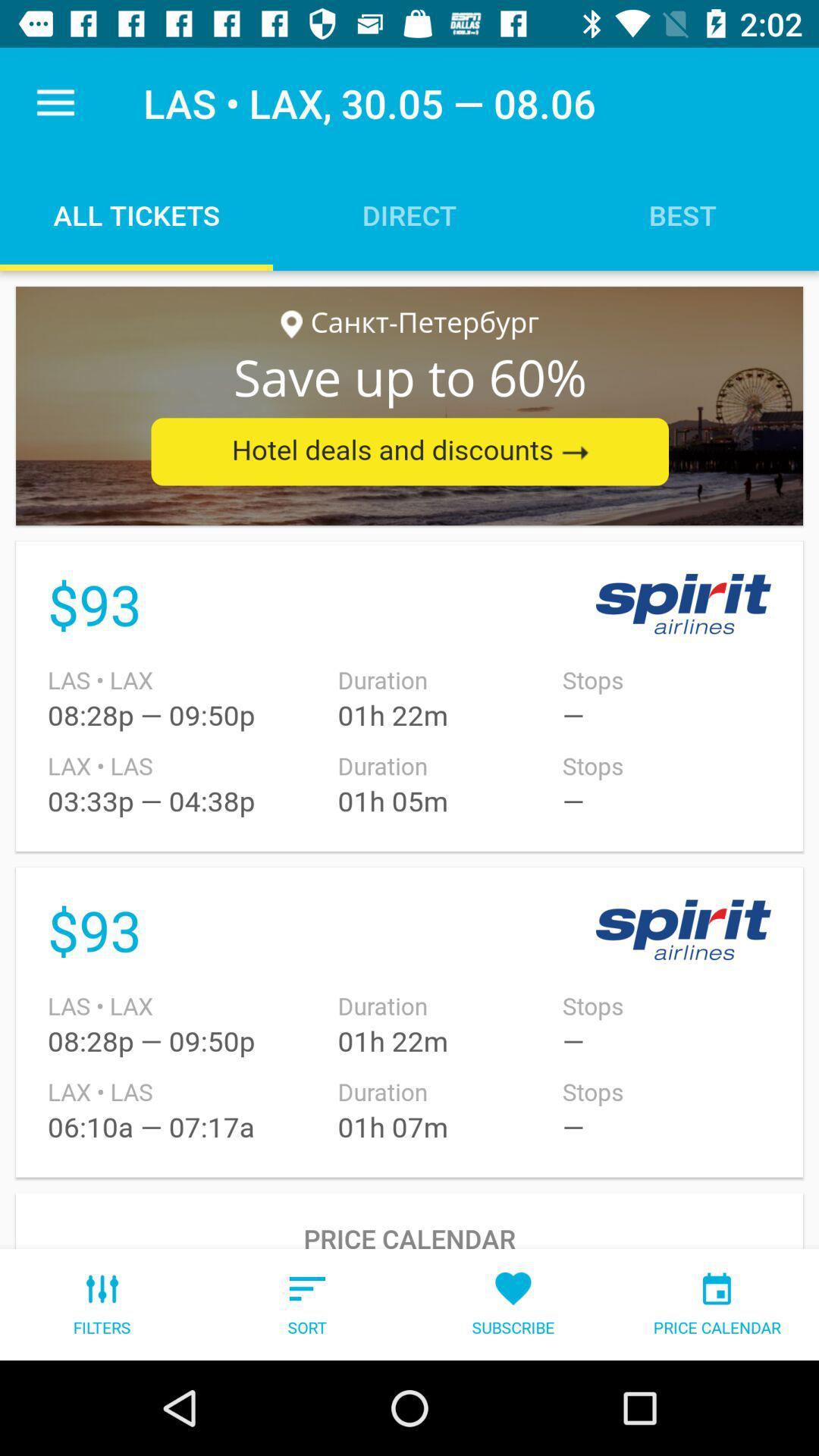 The image size is (819, 1456). What do you see at coordinates (409, 406) in the screenshot?
I see `advertisement display` at bounding box center [409, 406].